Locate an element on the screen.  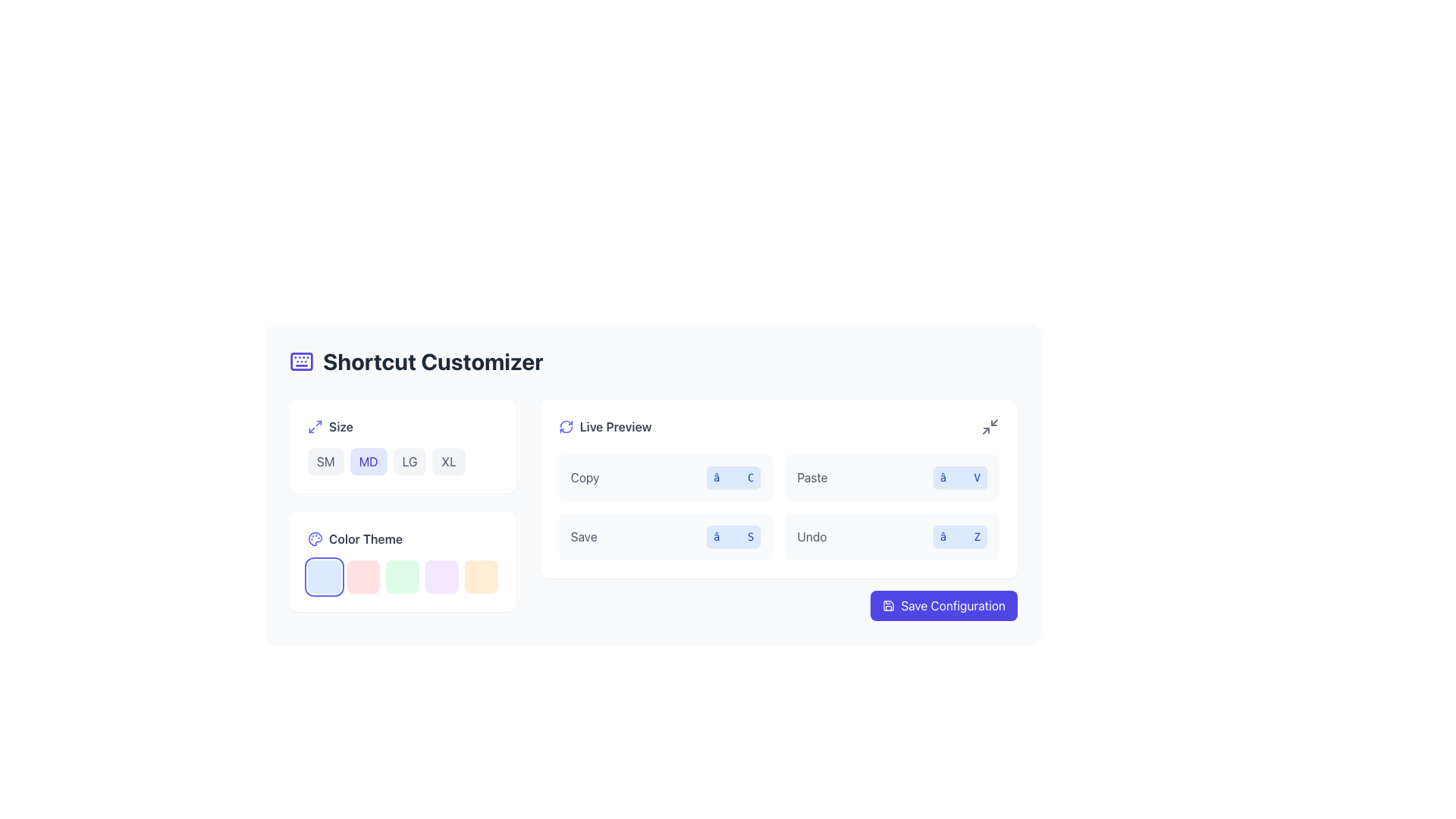
the composite element combining an icon and textual label in the top-right corner of the interface is located at coordinates (604, 427).